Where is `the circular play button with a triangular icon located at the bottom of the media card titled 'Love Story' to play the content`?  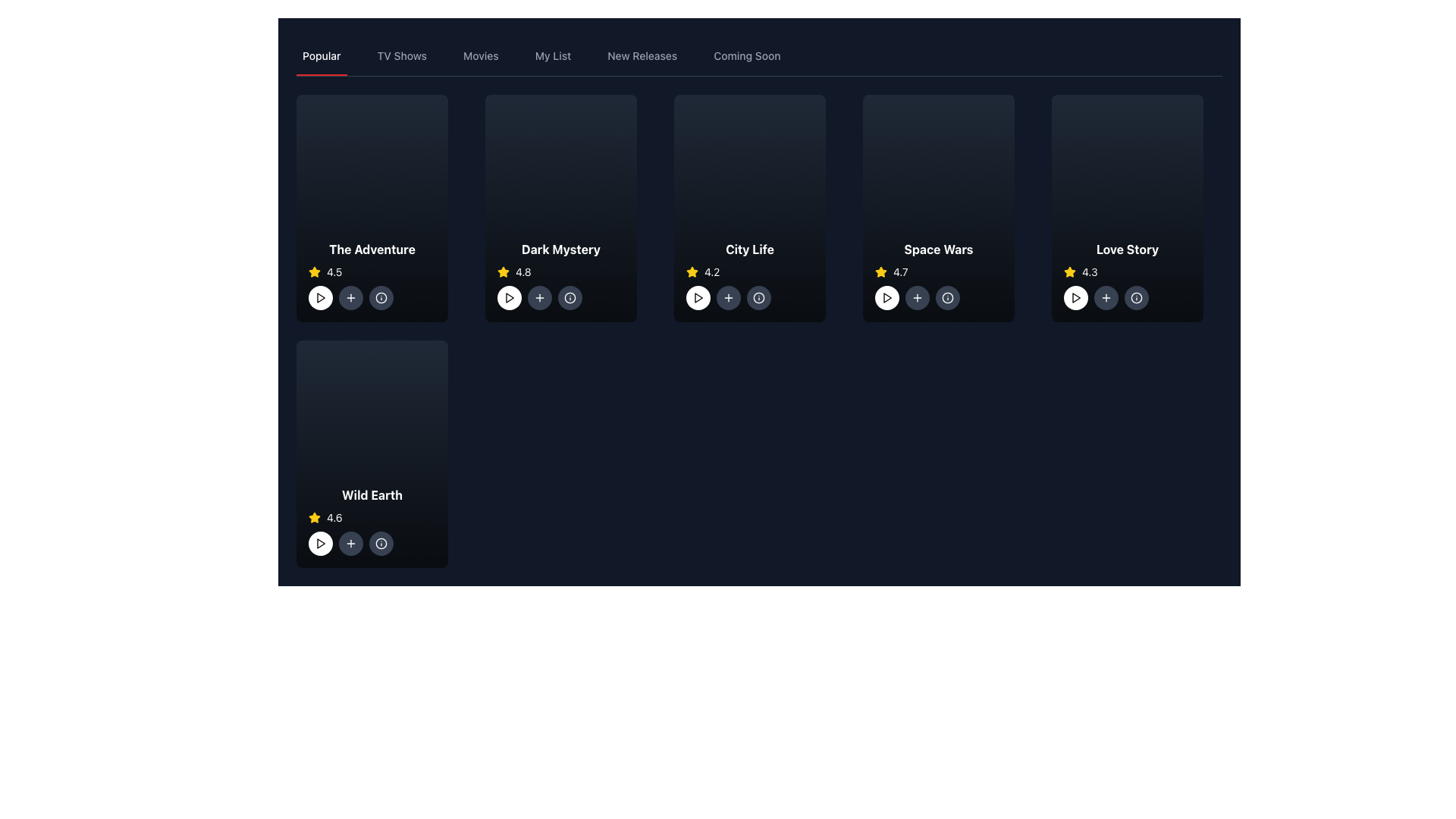
the circular play button with a triangular icon located at the bottom of the media card titled 'Love Story' to play the content is located at coordinates (1075, 298).